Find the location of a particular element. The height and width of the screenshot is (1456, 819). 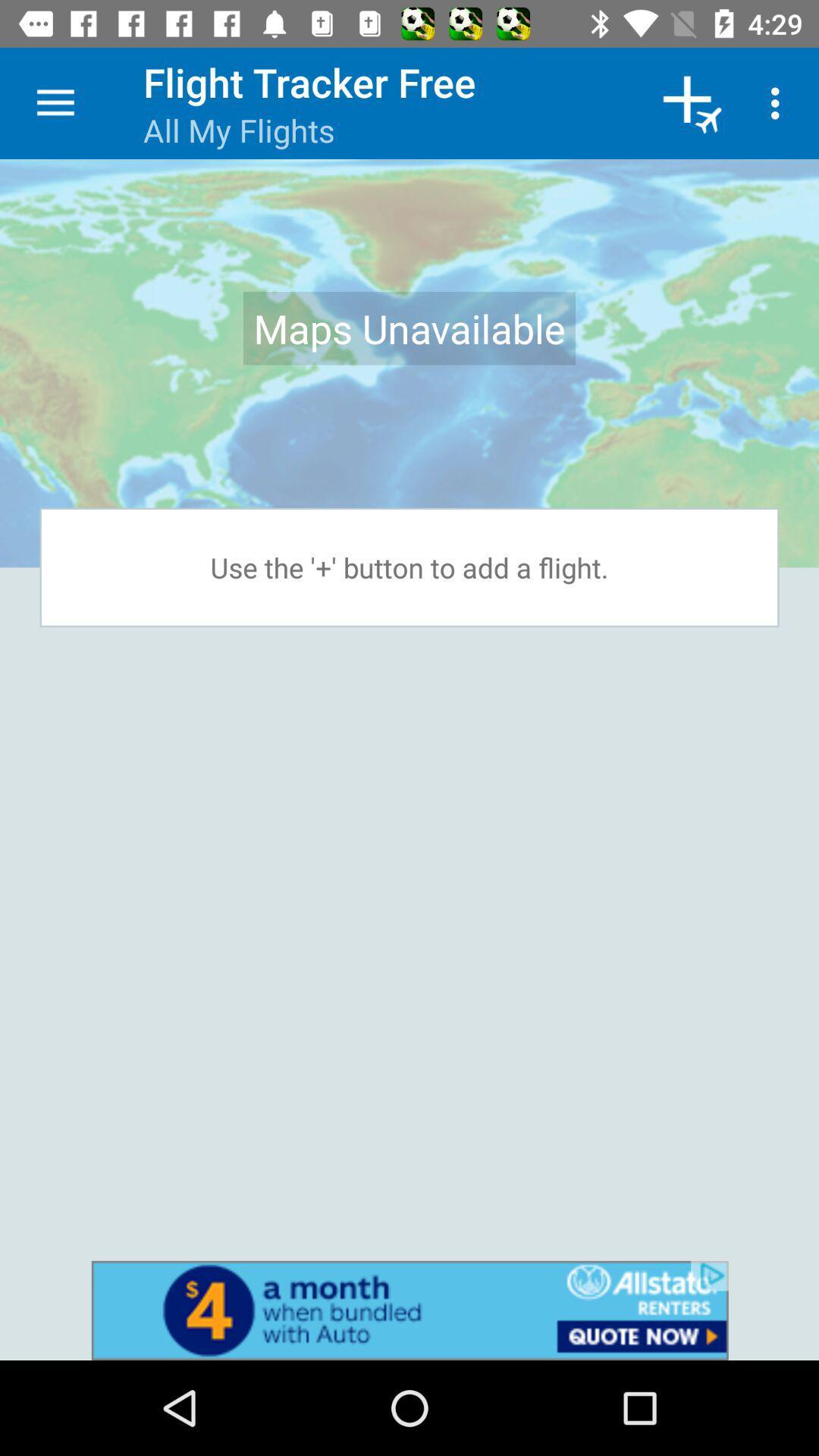

launch advertisement link is located at coordinates (409, 1310).